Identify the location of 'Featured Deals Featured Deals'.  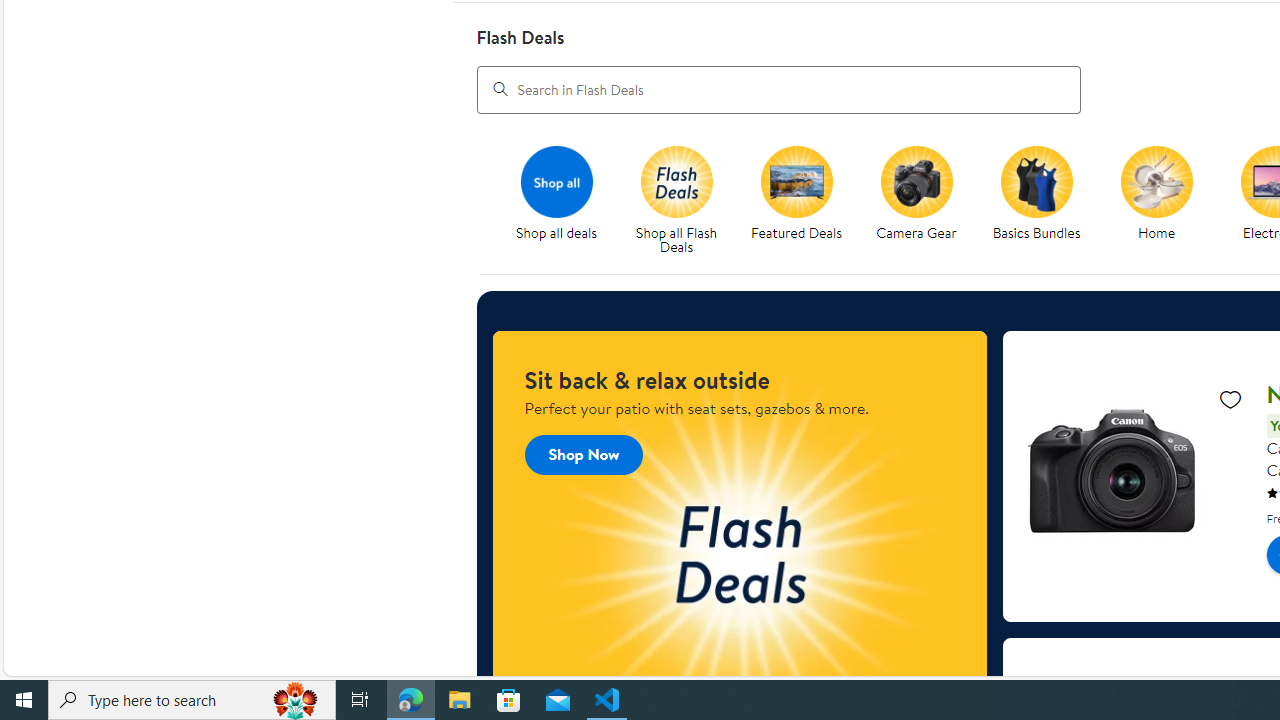
(795, 194).